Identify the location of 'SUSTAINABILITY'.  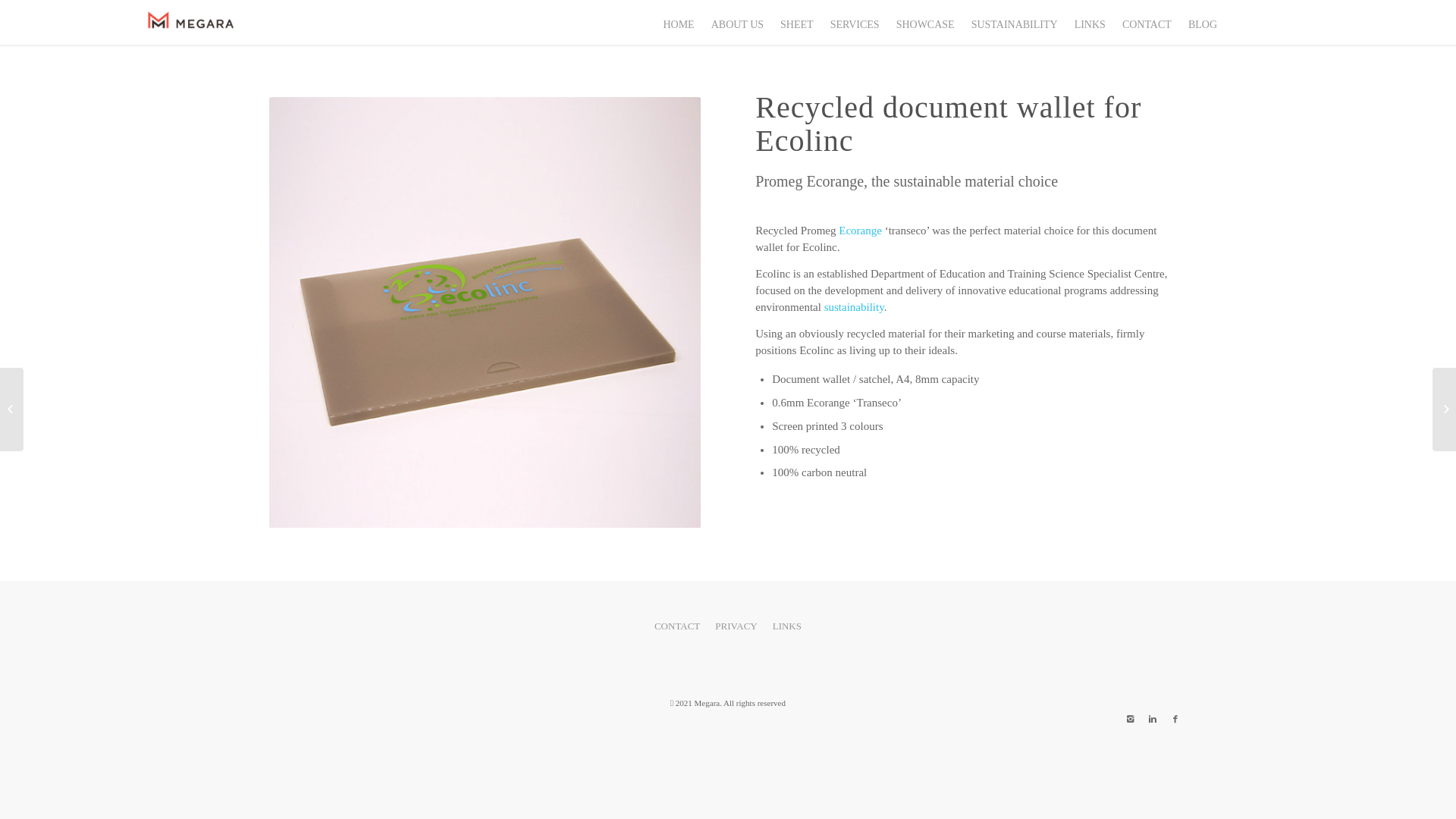
(961, 22).